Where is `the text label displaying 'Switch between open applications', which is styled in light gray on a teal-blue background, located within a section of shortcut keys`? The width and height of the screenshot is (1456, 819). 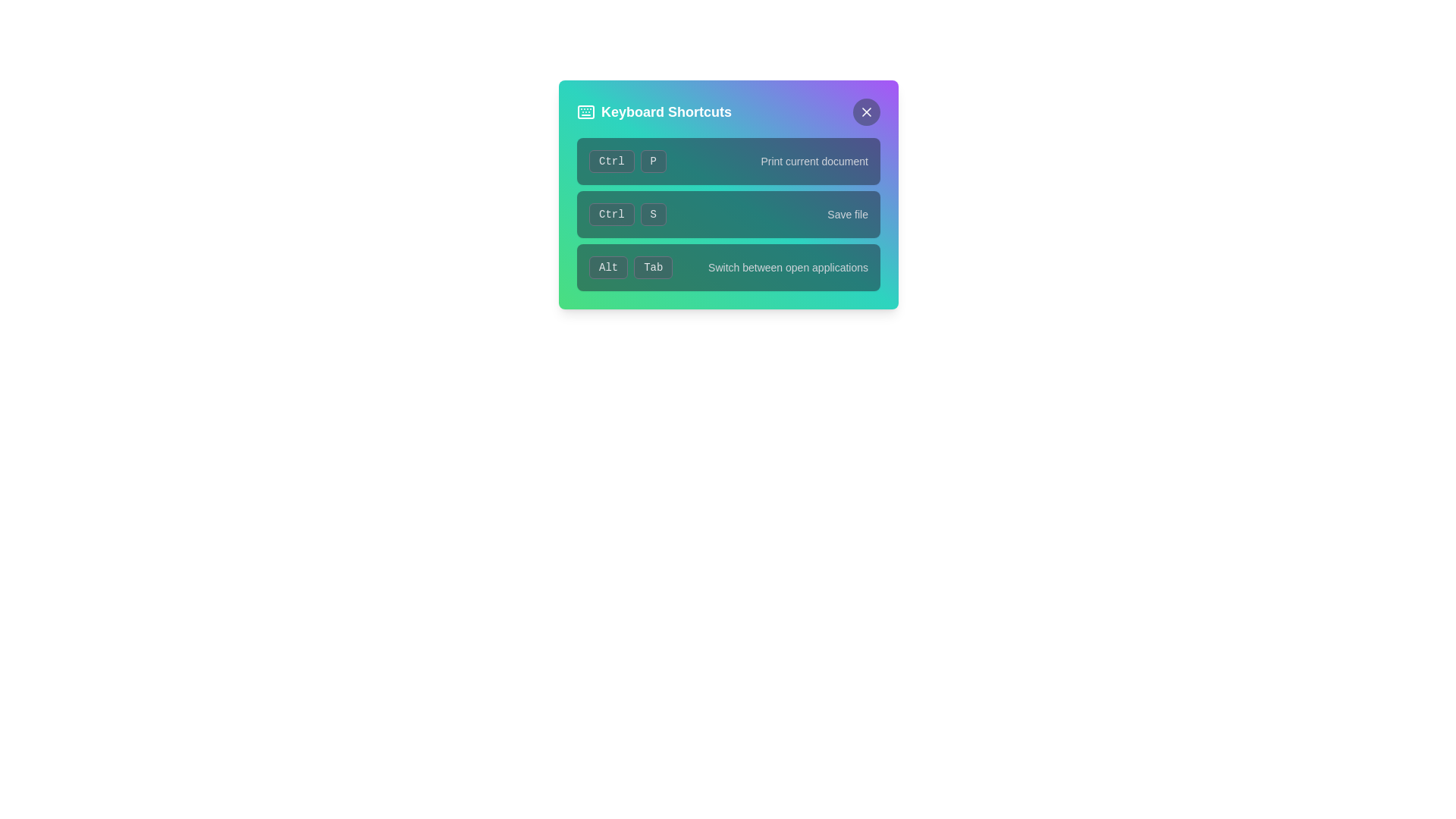 the text label displaying 'Switch between open applications', which is styled in light gray on a teal-blue background, located within a section of shortcut keys is located at coordinates (788, 267).